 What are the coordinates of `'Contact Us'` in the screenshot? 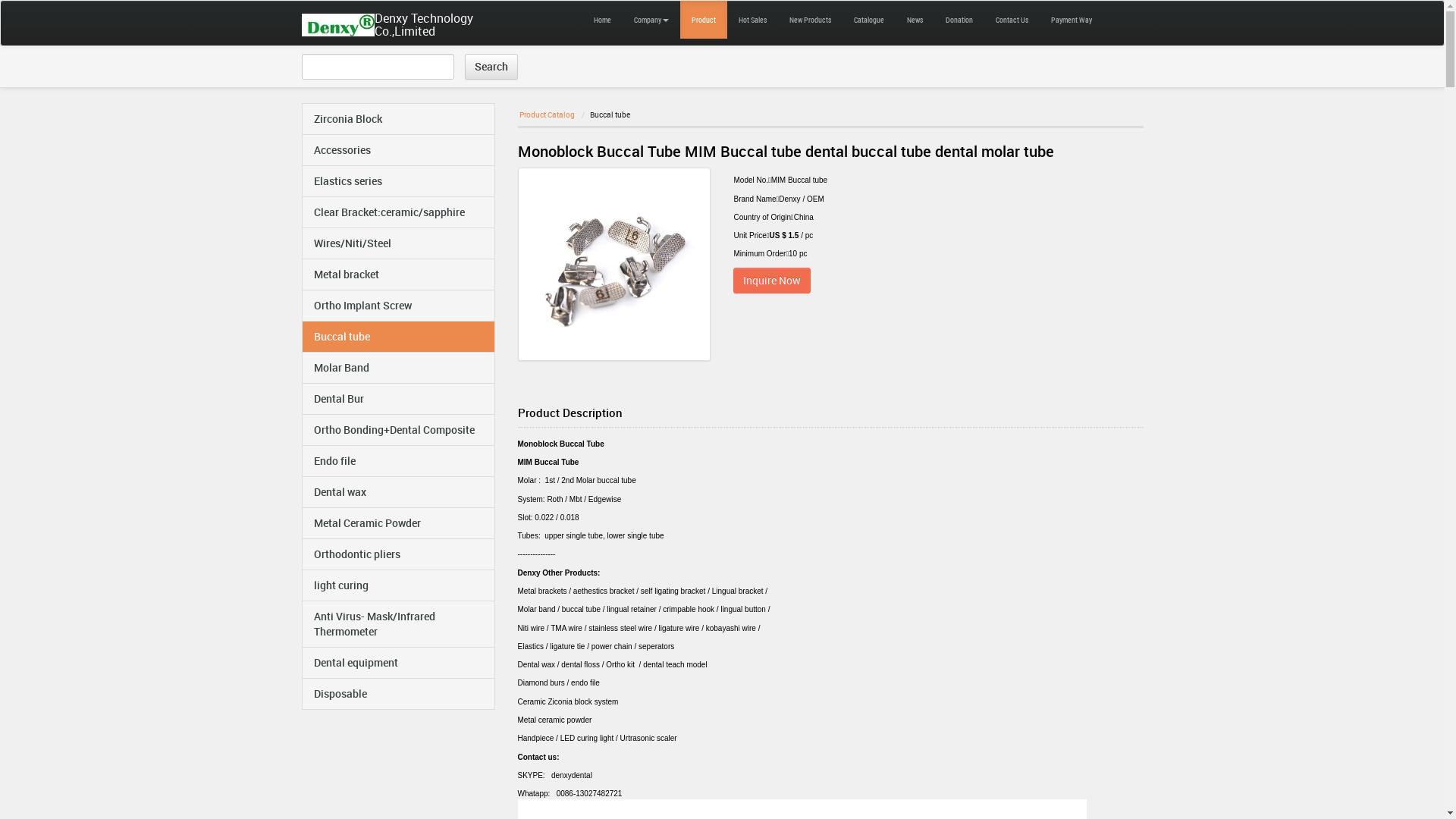 It's located at (1012, 20).